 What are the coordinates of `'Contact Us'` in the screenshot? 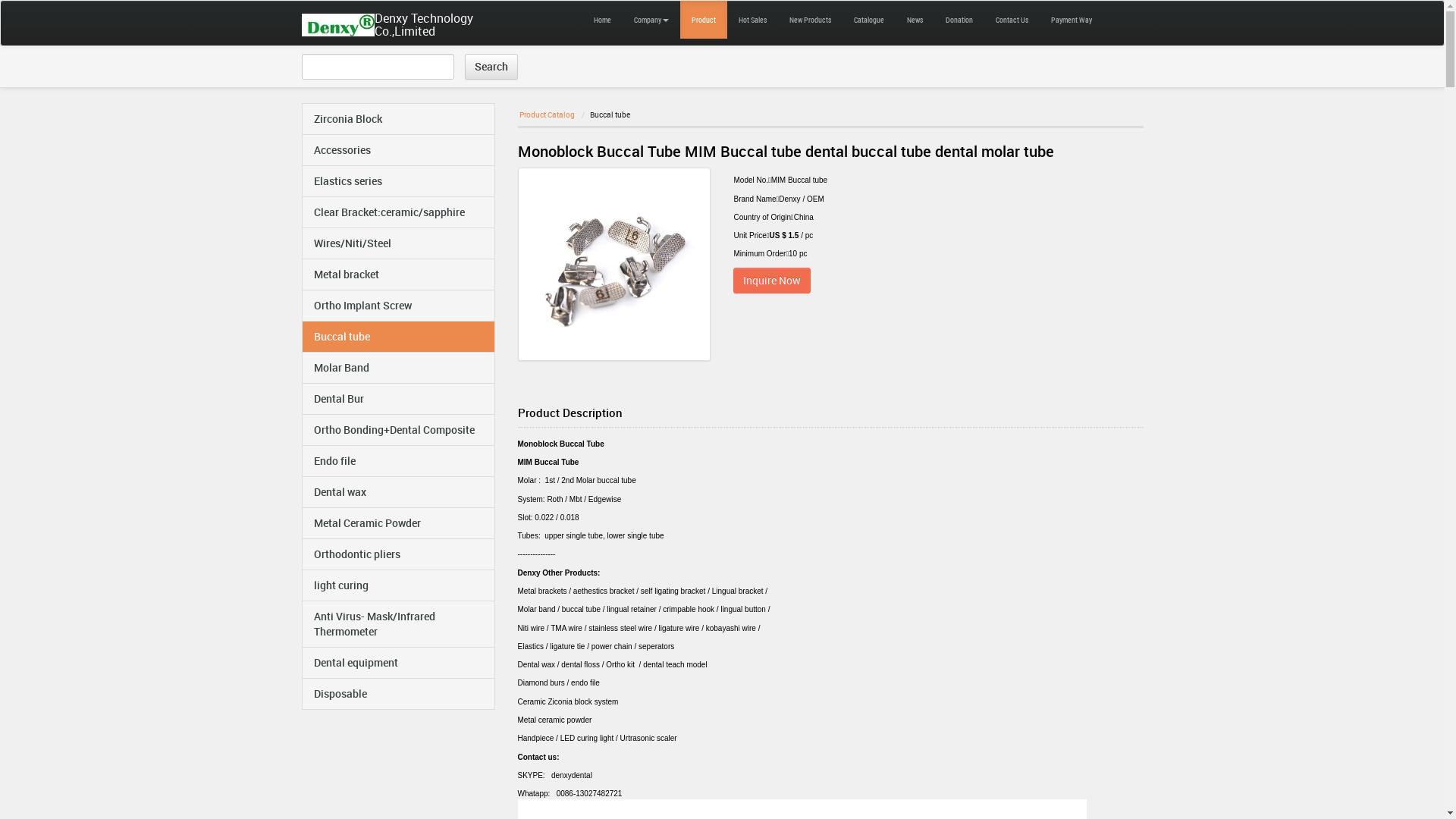 It's located at (1012, 20).